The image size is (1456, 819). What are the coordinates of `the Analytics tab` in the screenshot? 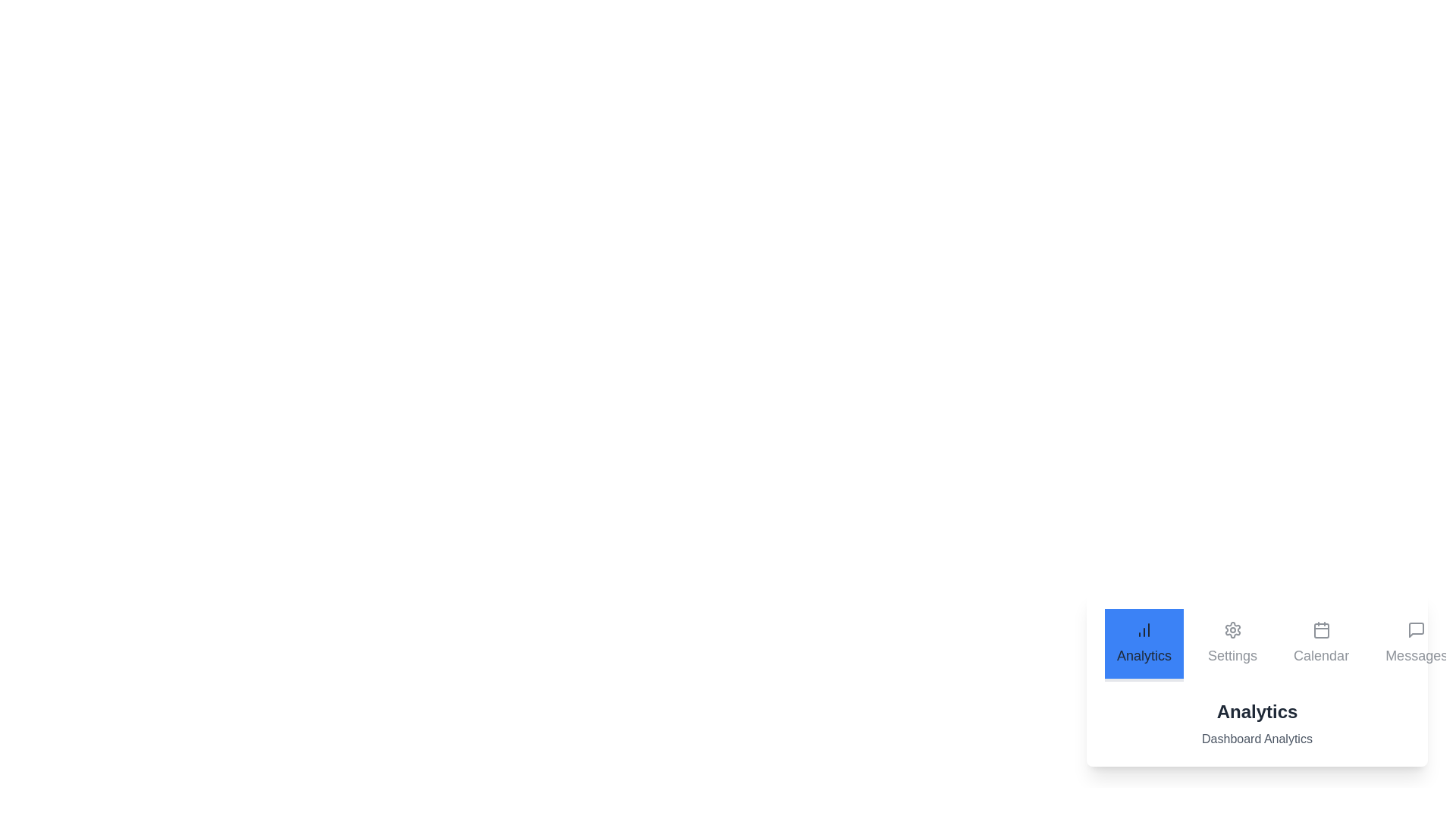 It's located at (1144, 645).